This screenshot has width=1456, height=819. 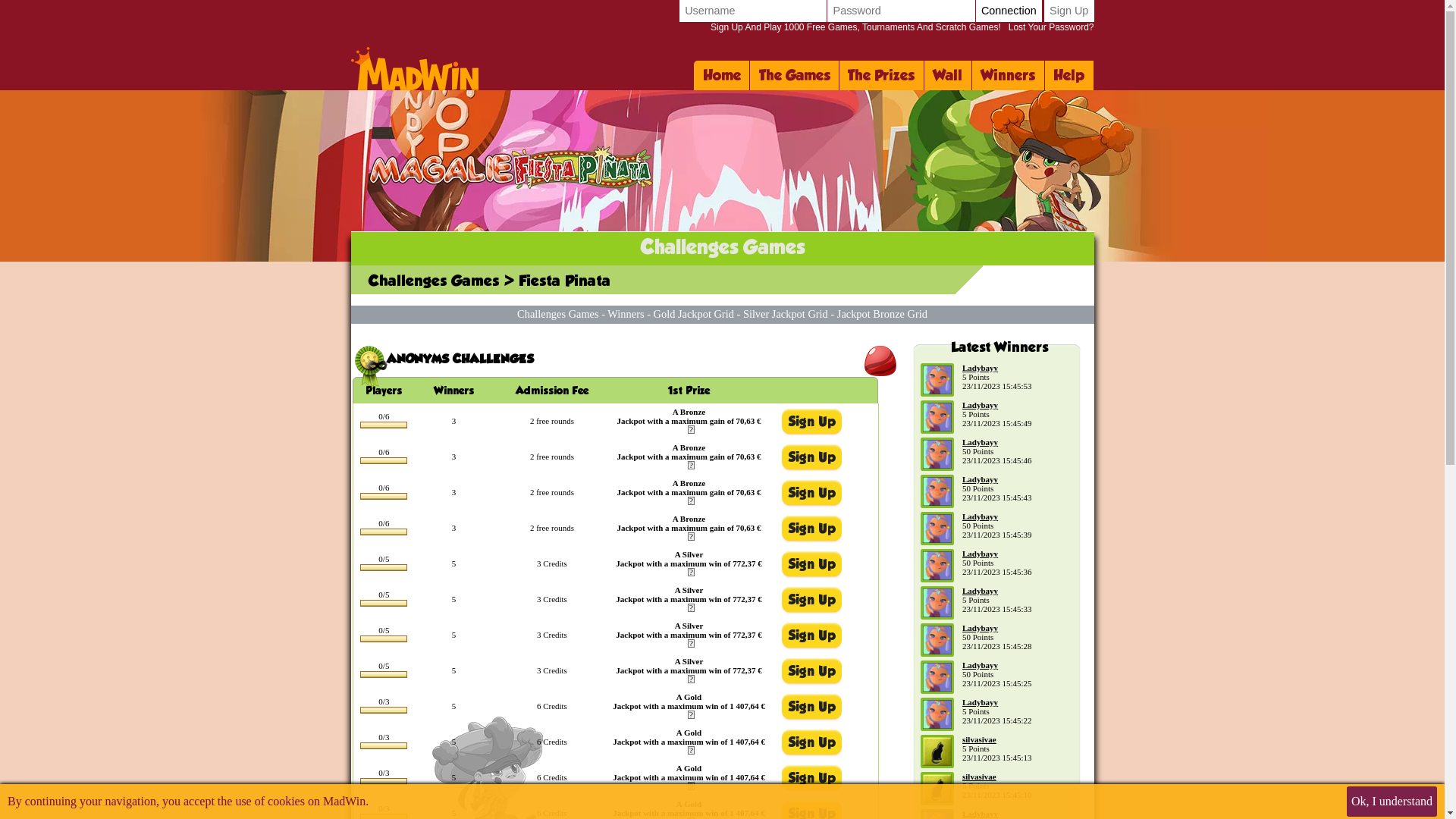 I want to click on 'The Prizes', so click(x=839, y=75).